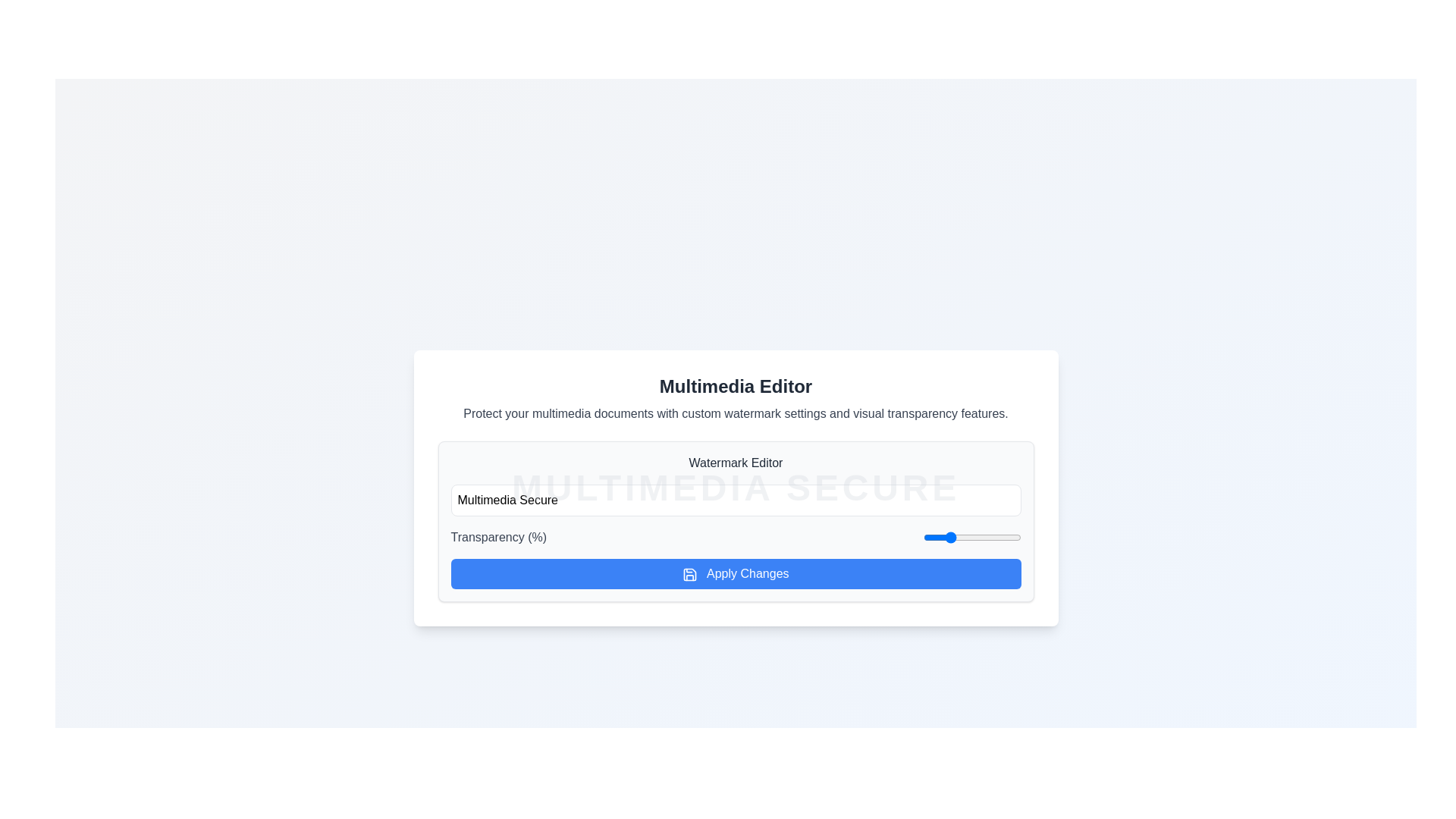  What do you see at coordinates (1007, 537) in the screenshot?
I see `the transparency slider` at bounding box center [1007, 537].